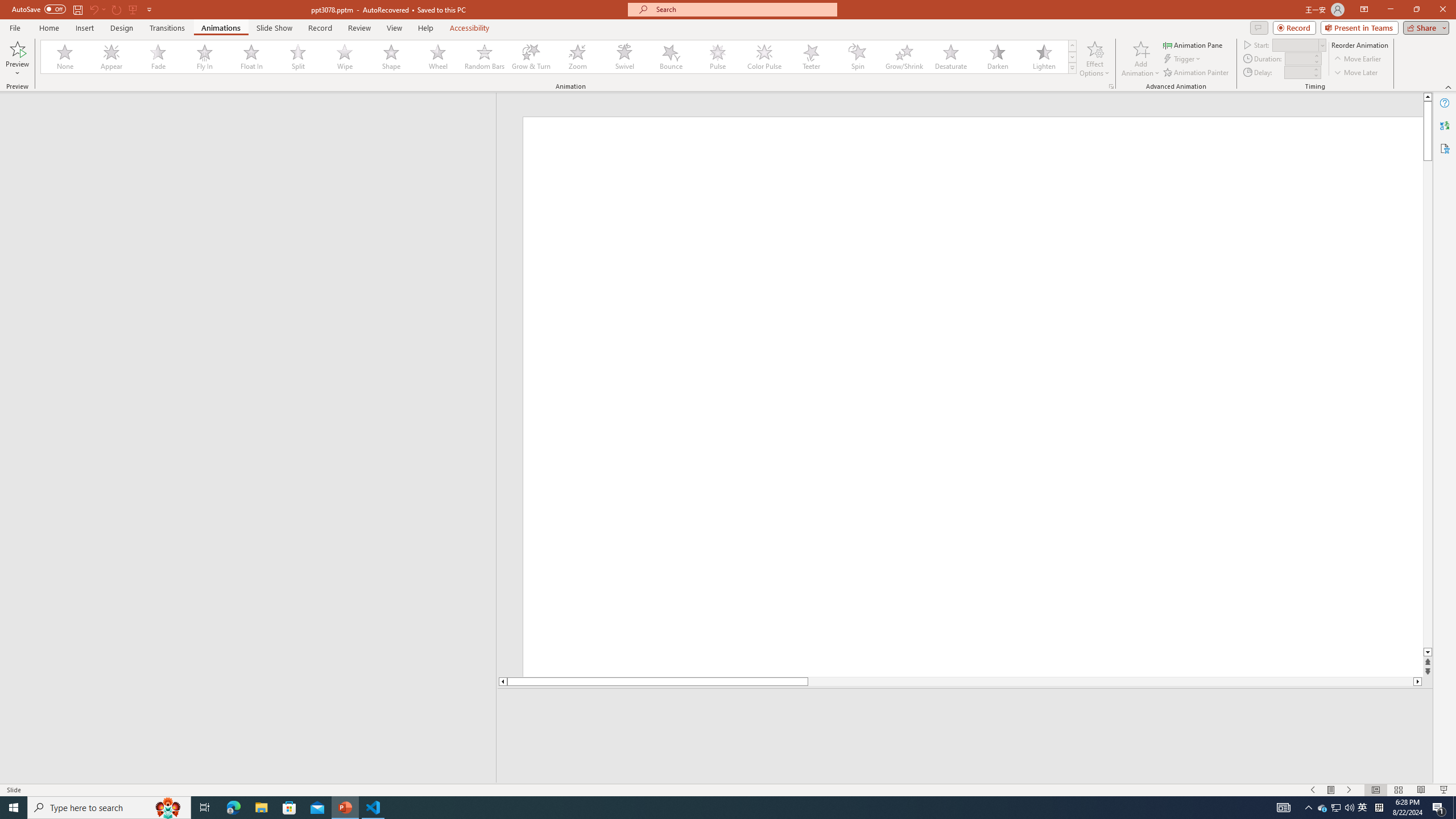  I want to click on 'Random Bars', so click(484, 56).